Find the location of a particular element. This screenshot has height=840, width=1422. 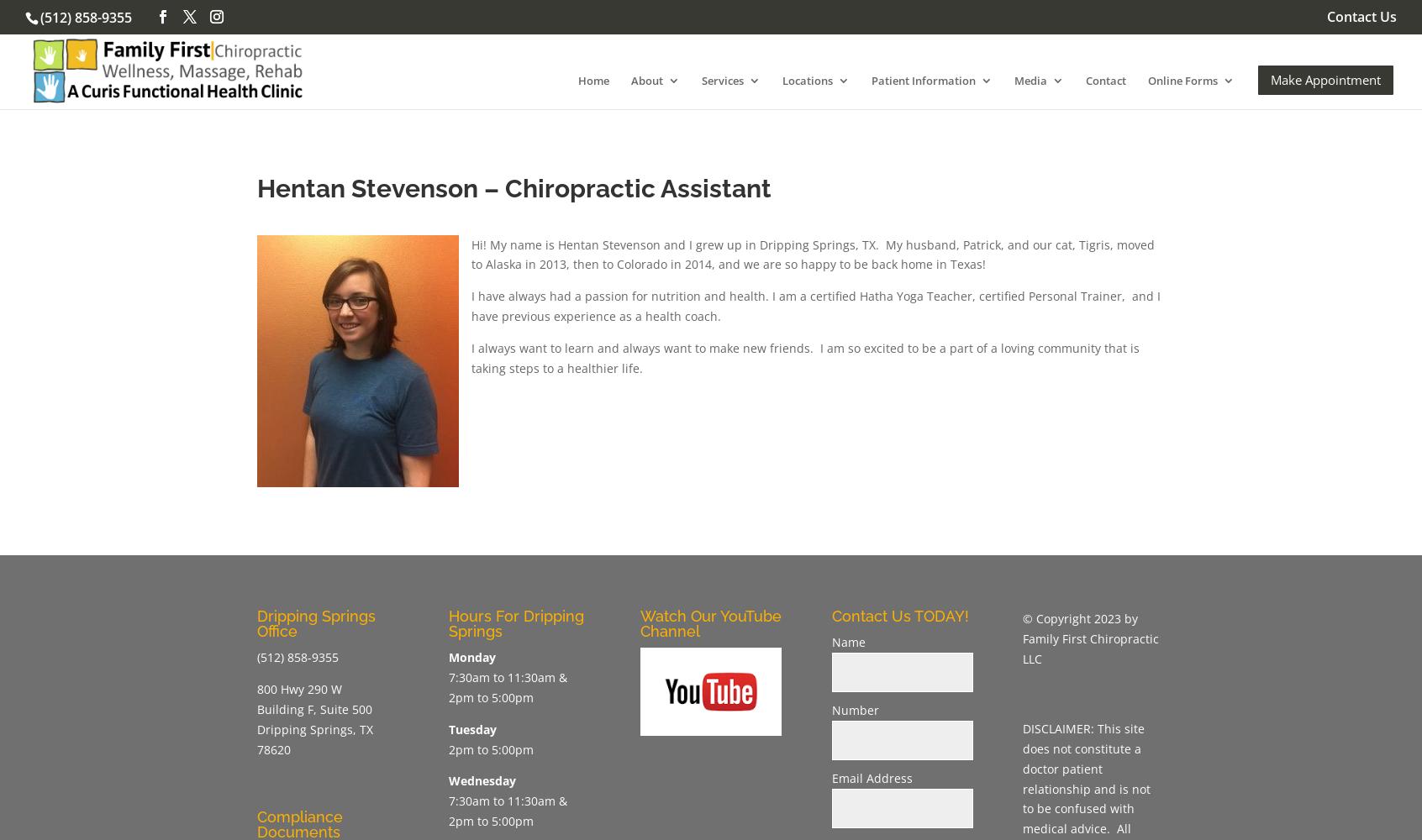

'2pm to 5:00pm' is located at coordinates (489, 748).